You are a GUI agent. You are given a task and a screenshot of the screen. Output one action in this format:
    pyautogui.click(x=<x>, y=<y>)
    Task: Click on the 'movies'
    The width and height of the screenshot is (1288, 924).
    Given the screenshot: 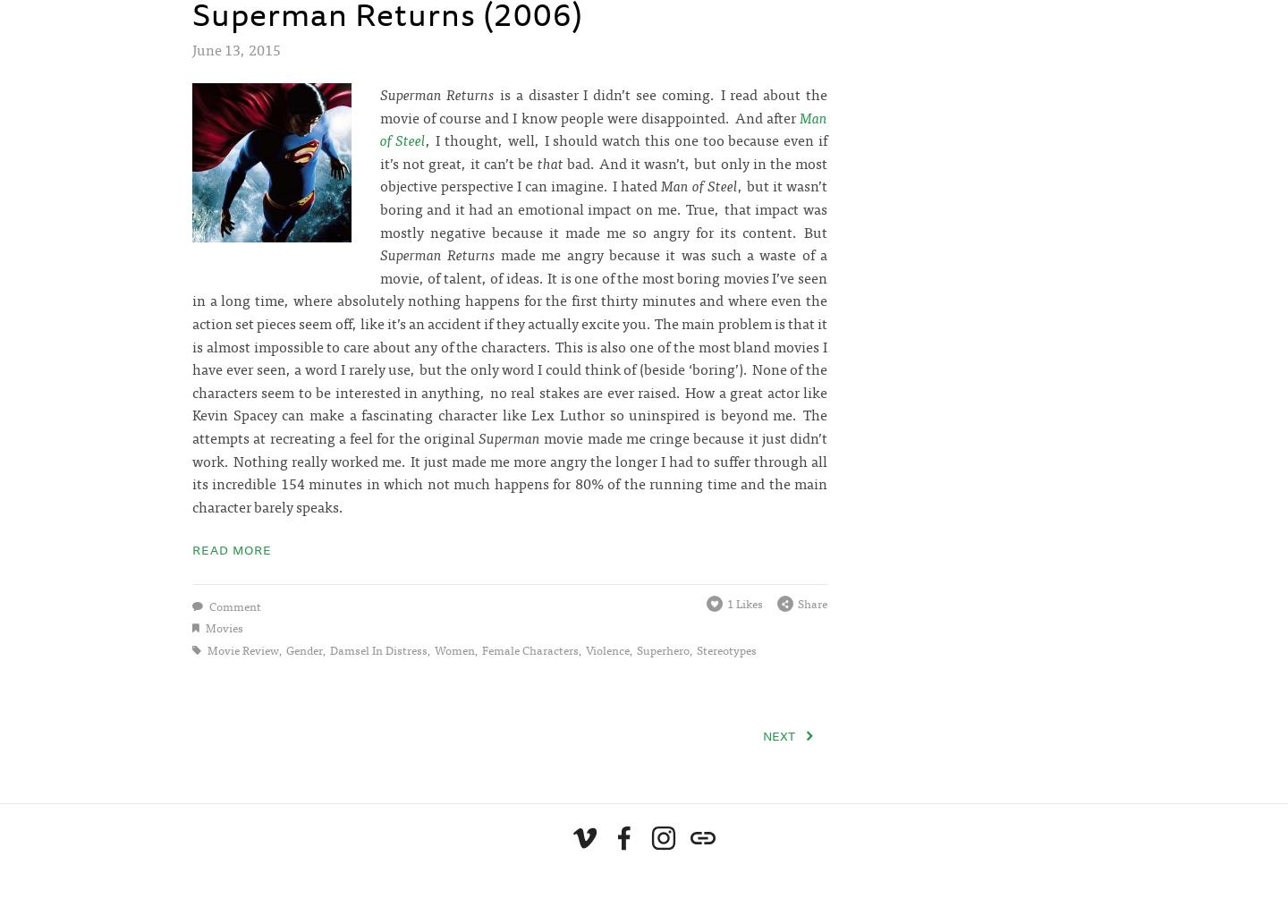 What is the action you would take?
    pyautogui.click(x=222, y=627)
    